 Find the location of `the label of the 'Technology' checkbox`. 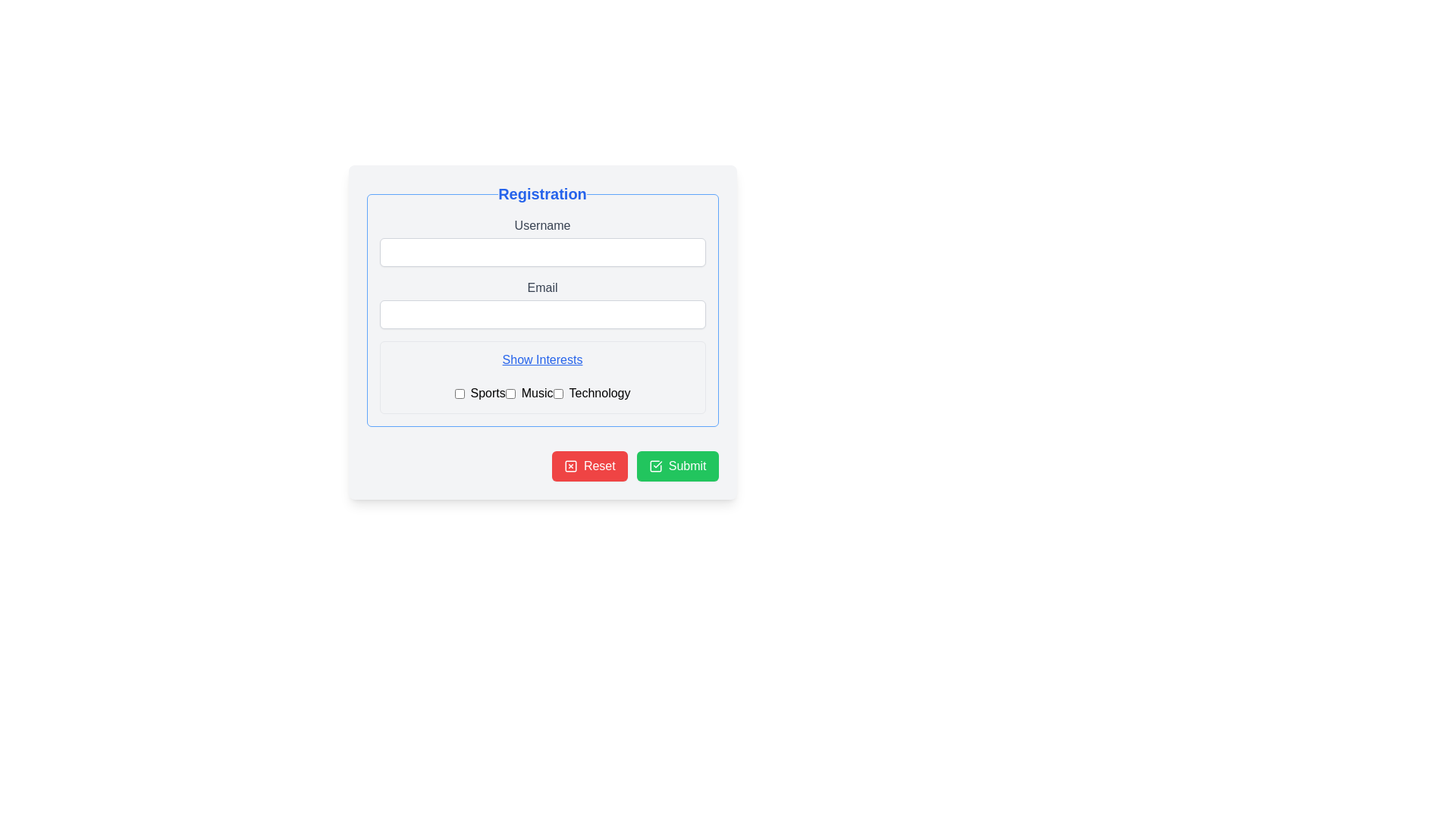

the label of the 'Technology' checkbox is located at coordinates (591, 393).